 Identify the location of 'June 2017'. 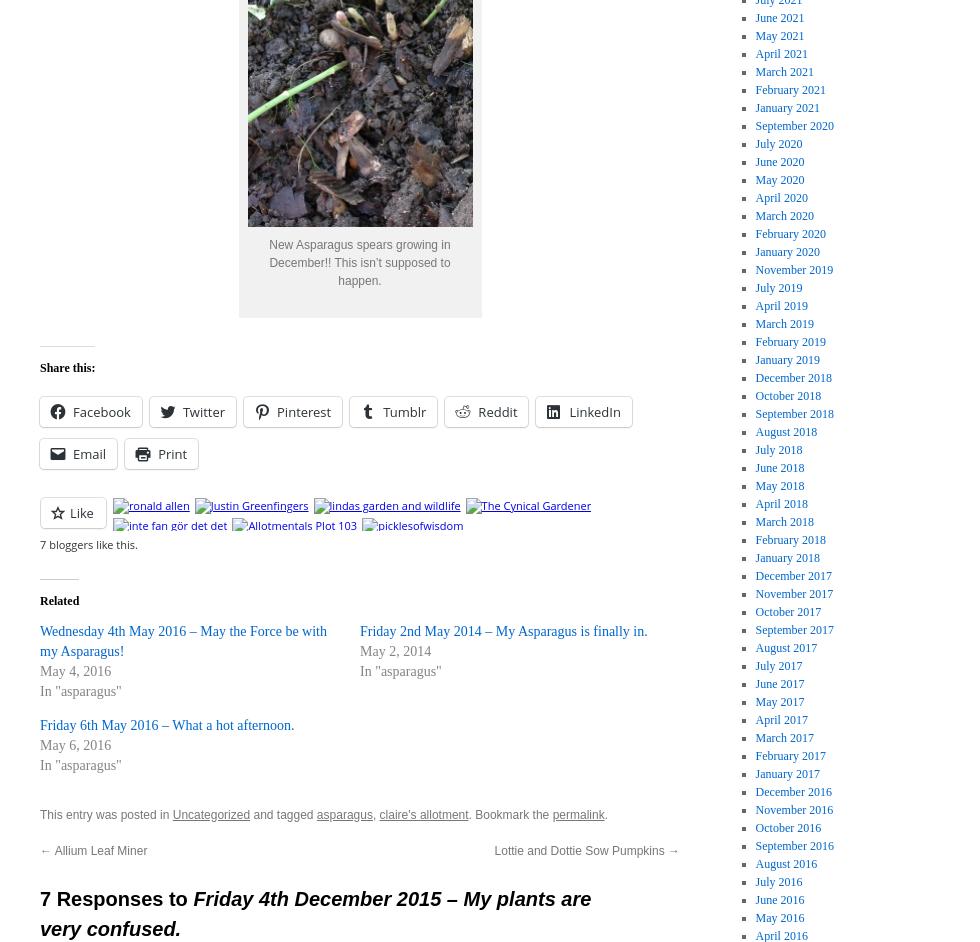
(779, 683).